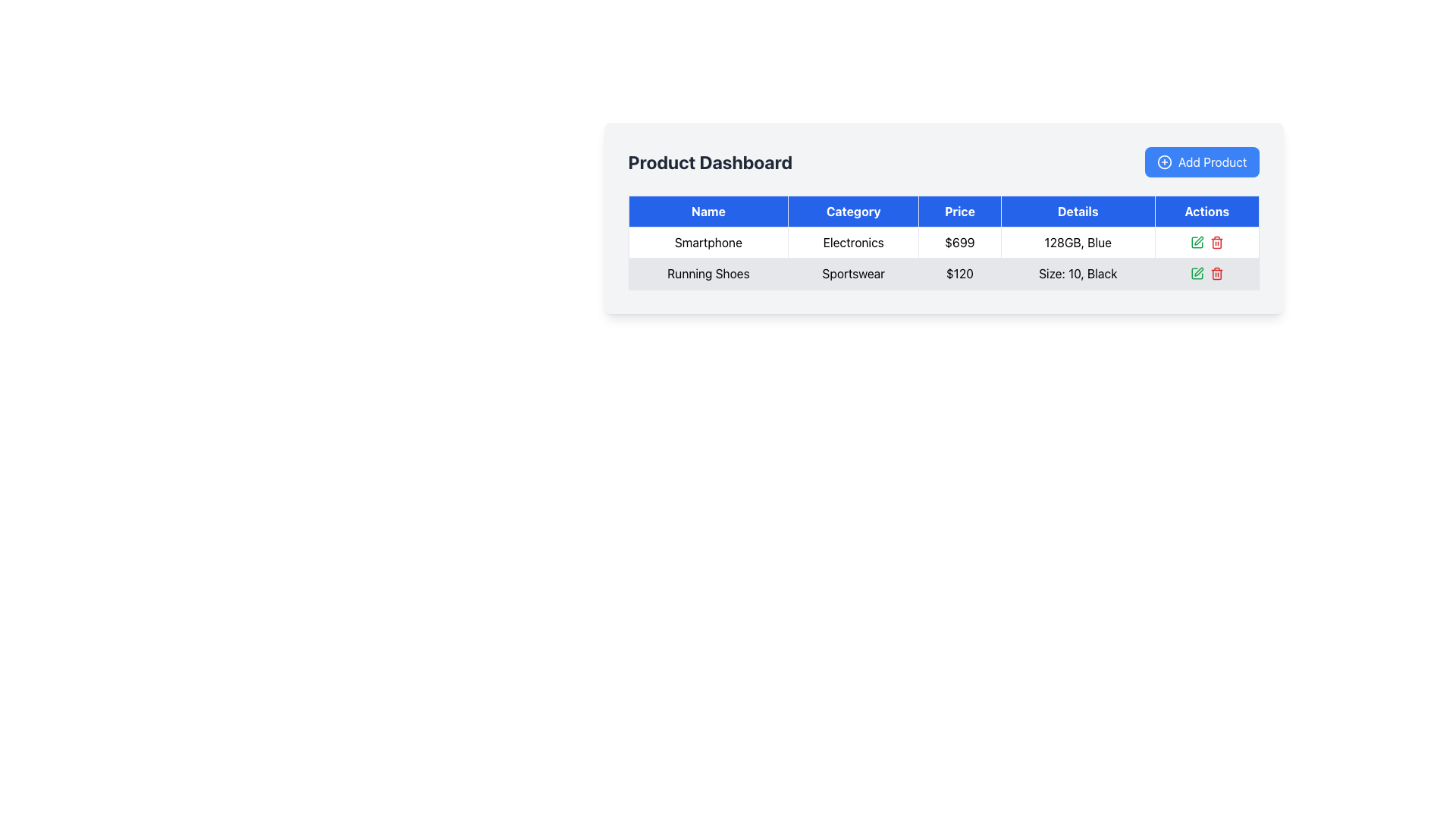 Image resolution: width=1456 pixels, height=819 pixels. I want to click on the product name text label located in the 'Name' column of the second data row in the table, which serves as an identifier for the associated product details, so click(708, 274).